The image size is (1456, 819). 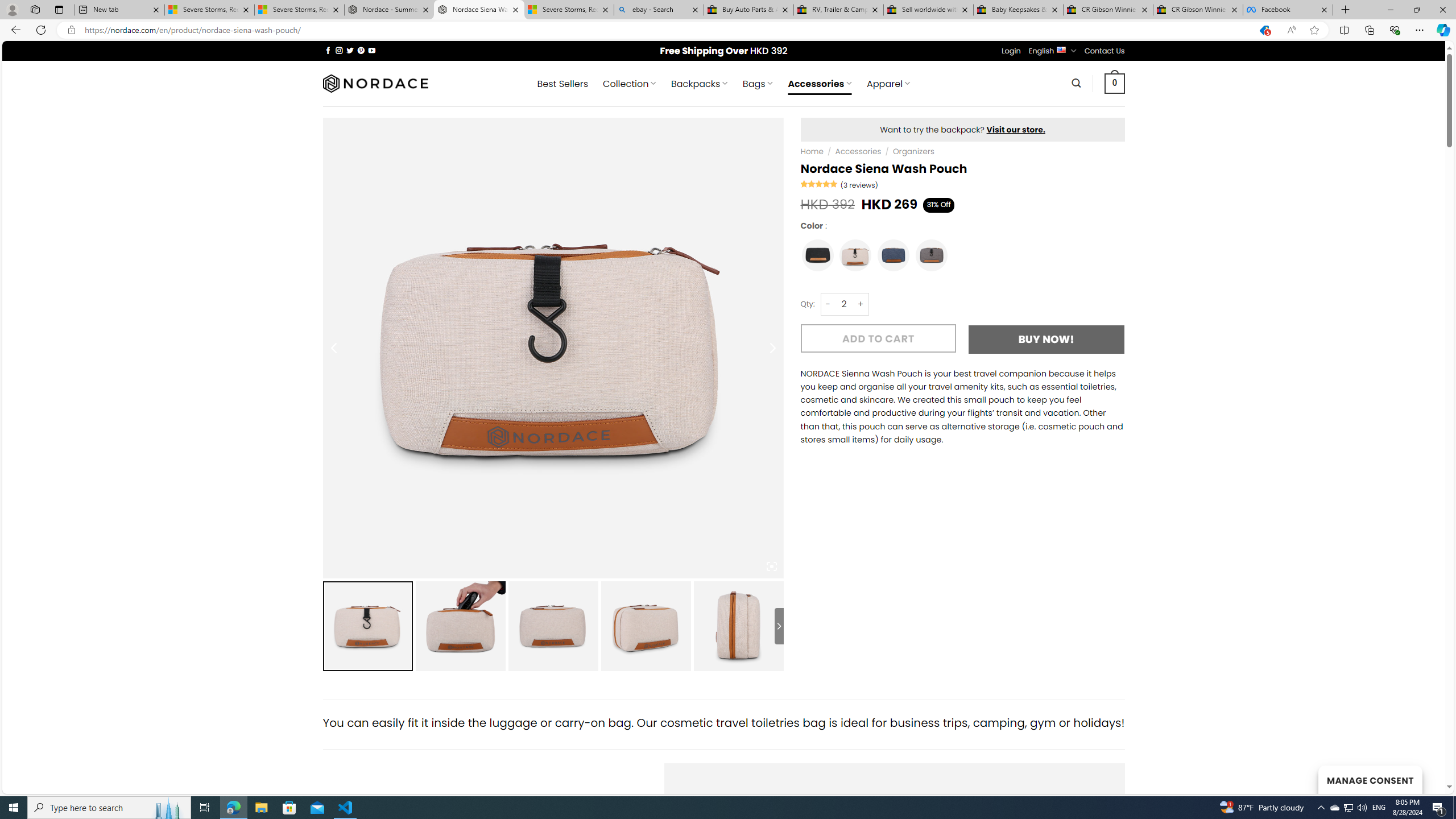 What do you see at coordinates (350, 50) in the screenshot?
I see `'Follow on Twitter'` at bounding box center [350, 50].